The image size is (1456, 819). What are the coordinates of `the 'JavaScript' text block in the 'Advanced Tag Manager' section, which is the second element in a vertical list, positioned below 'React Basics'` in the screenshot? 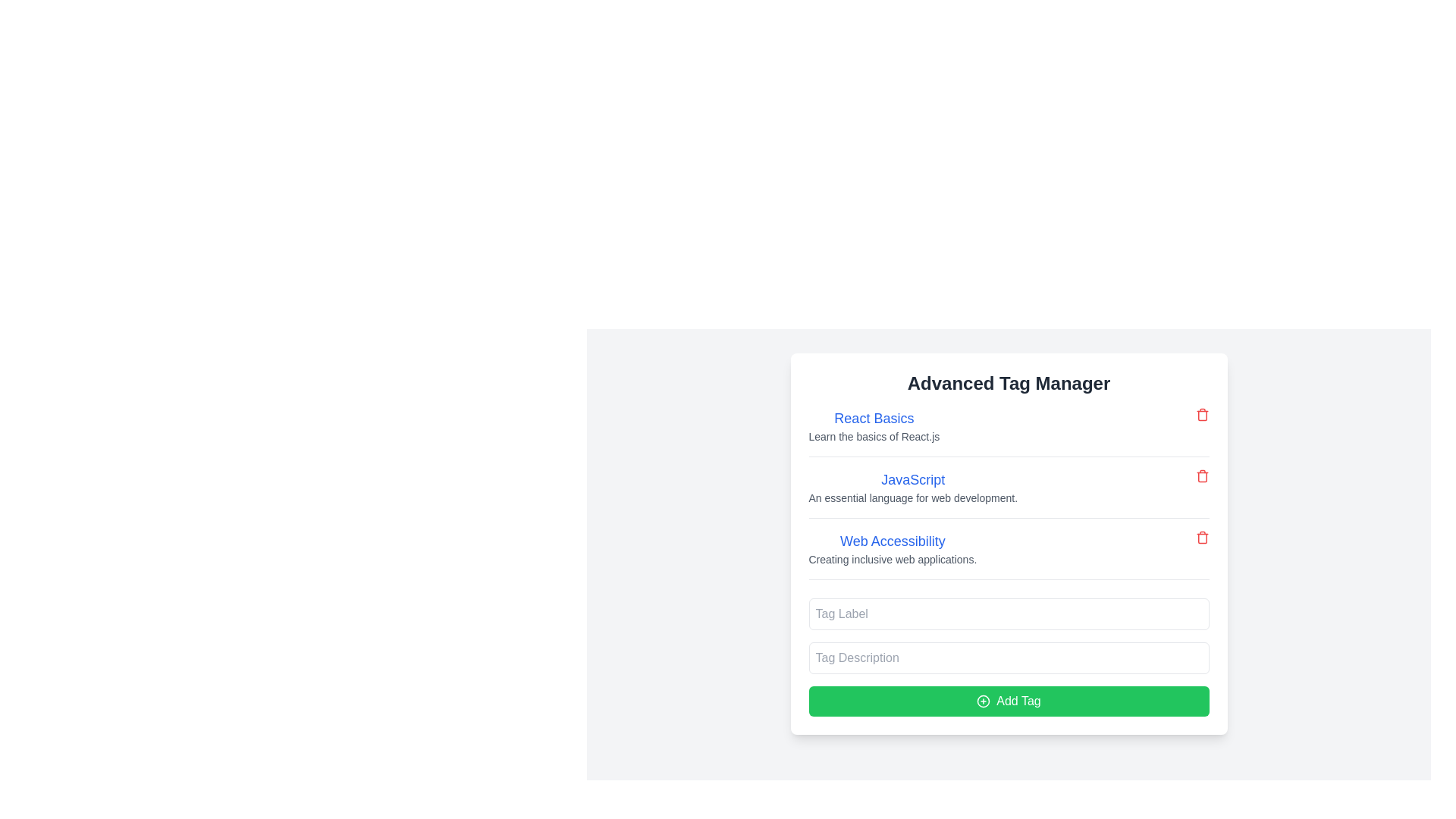 It's located at (912, 488).